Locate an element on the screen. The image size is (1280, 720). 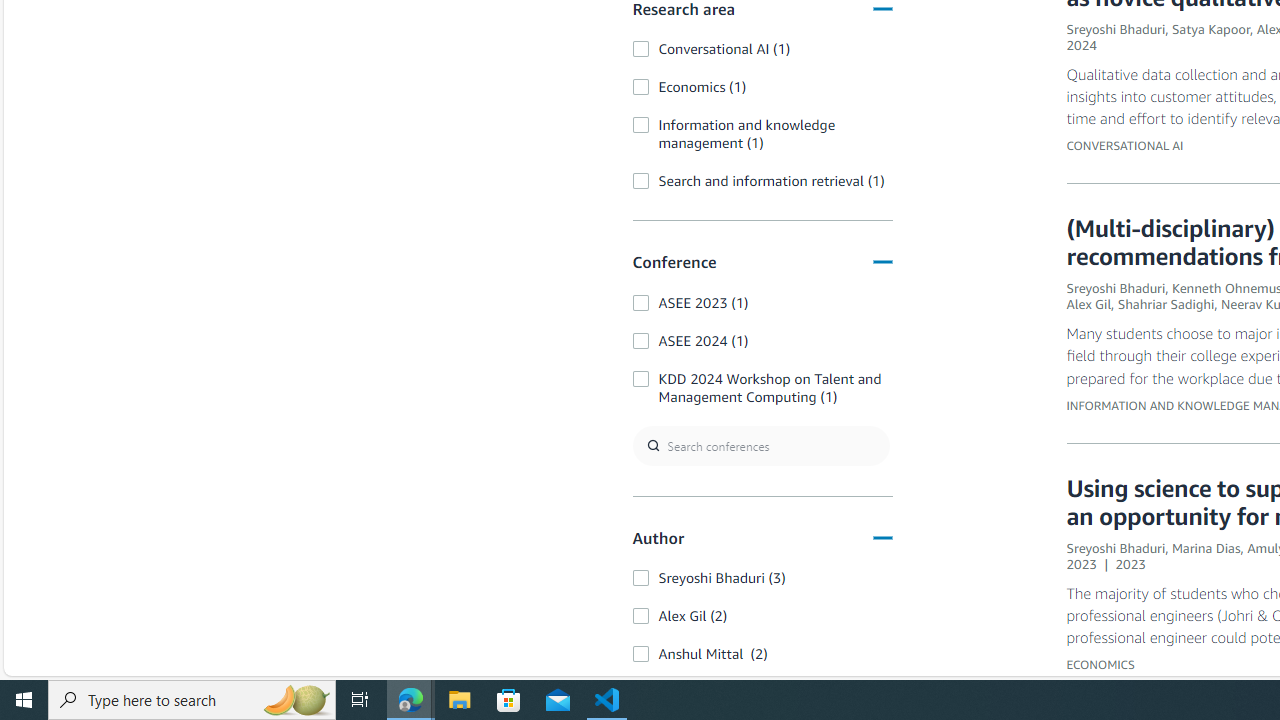
'CONVERSATIONAL AI' is located at coordinates (1125, 145).